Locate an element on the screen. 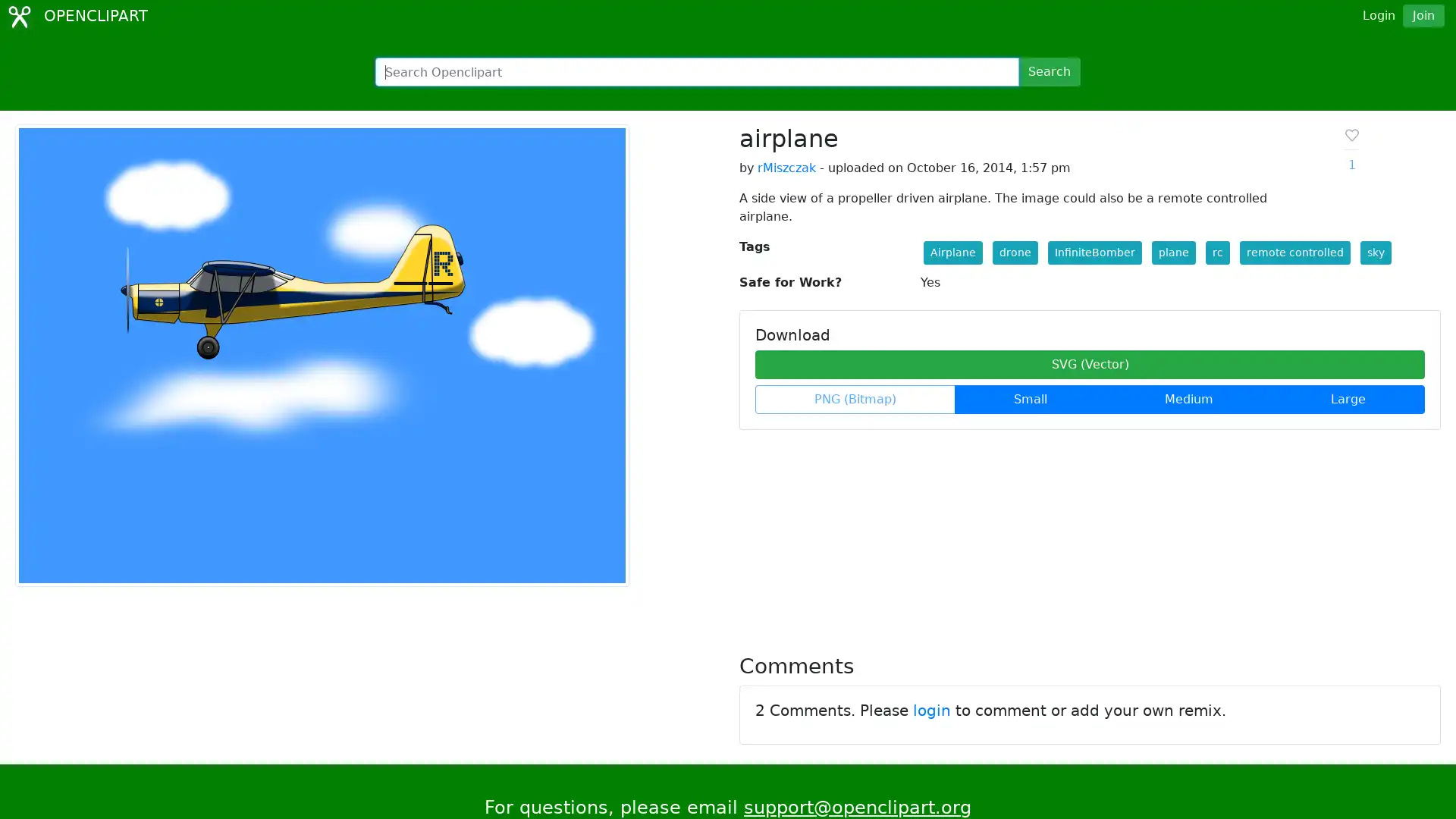  remote controlled is located at coordinates (1294, 252).